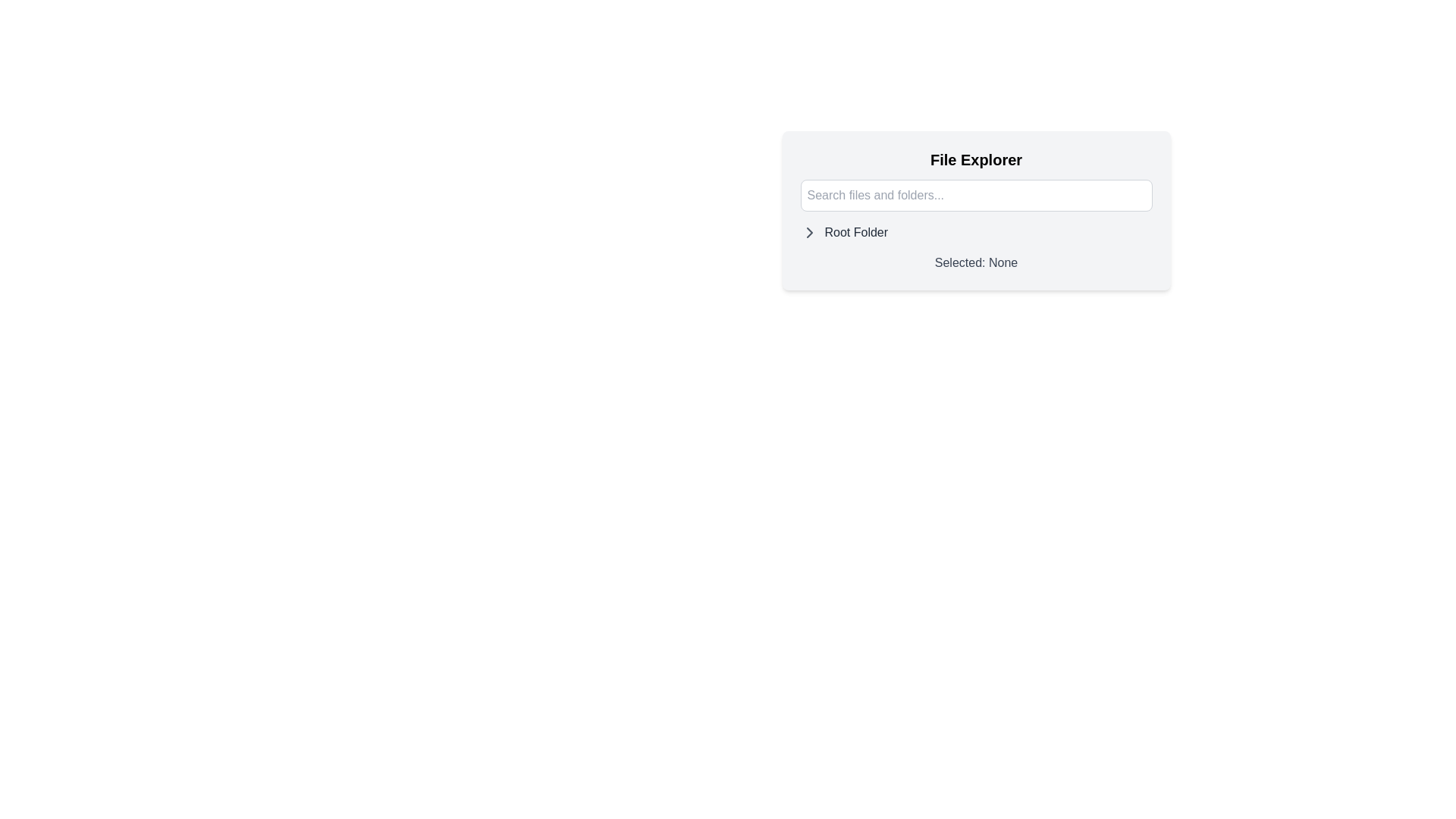 The height and width of the screenshot is (819, 1456). Describe the element at coordinates (976, 262) in the screenshot. I see `the text label displaying 'Selected: None' at the bottom of the white card in the 'File Explorer'` at that location.